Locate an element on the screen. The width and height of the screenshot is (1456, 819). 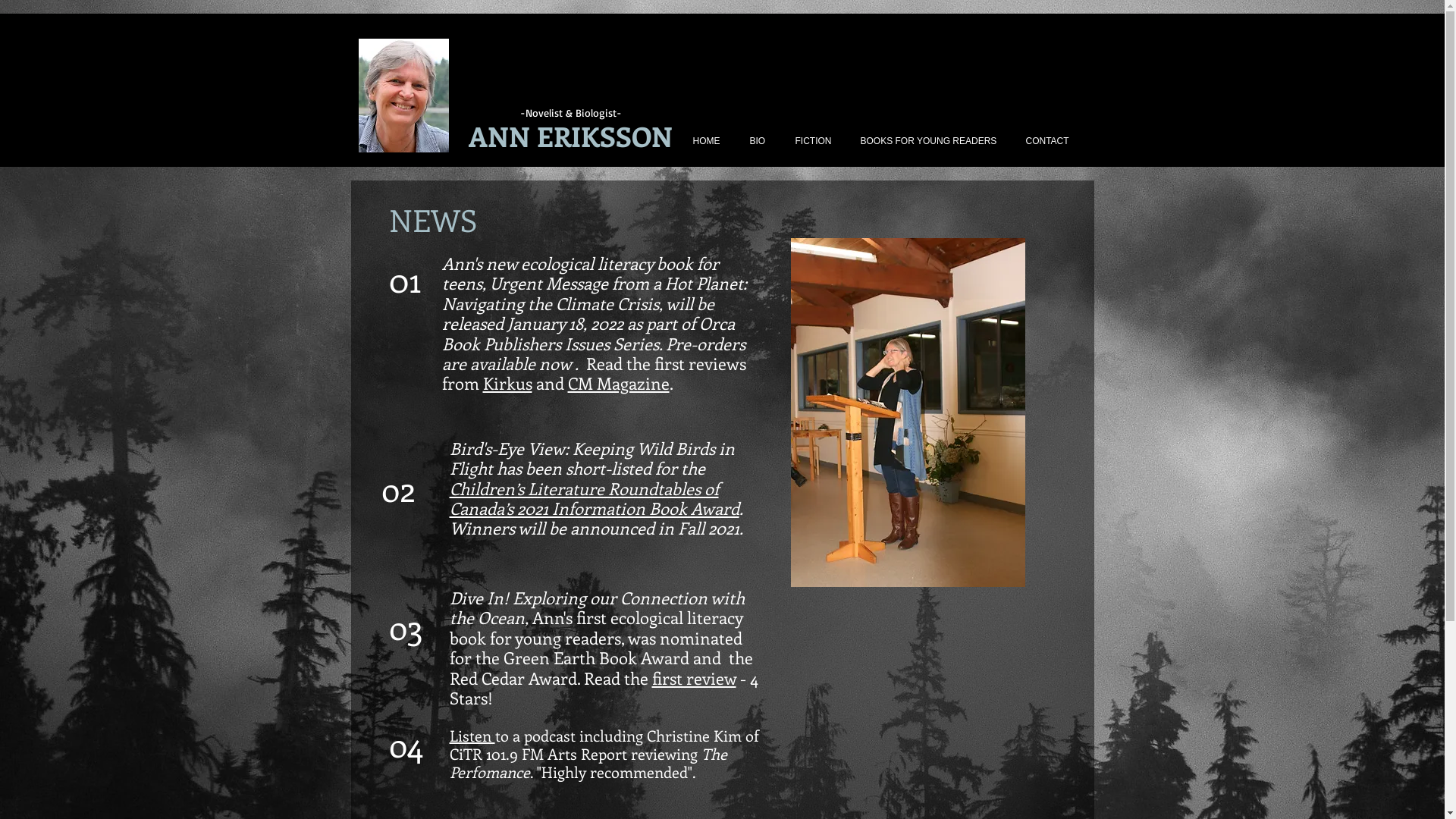
'first review' is located at coordinates (693, 677).